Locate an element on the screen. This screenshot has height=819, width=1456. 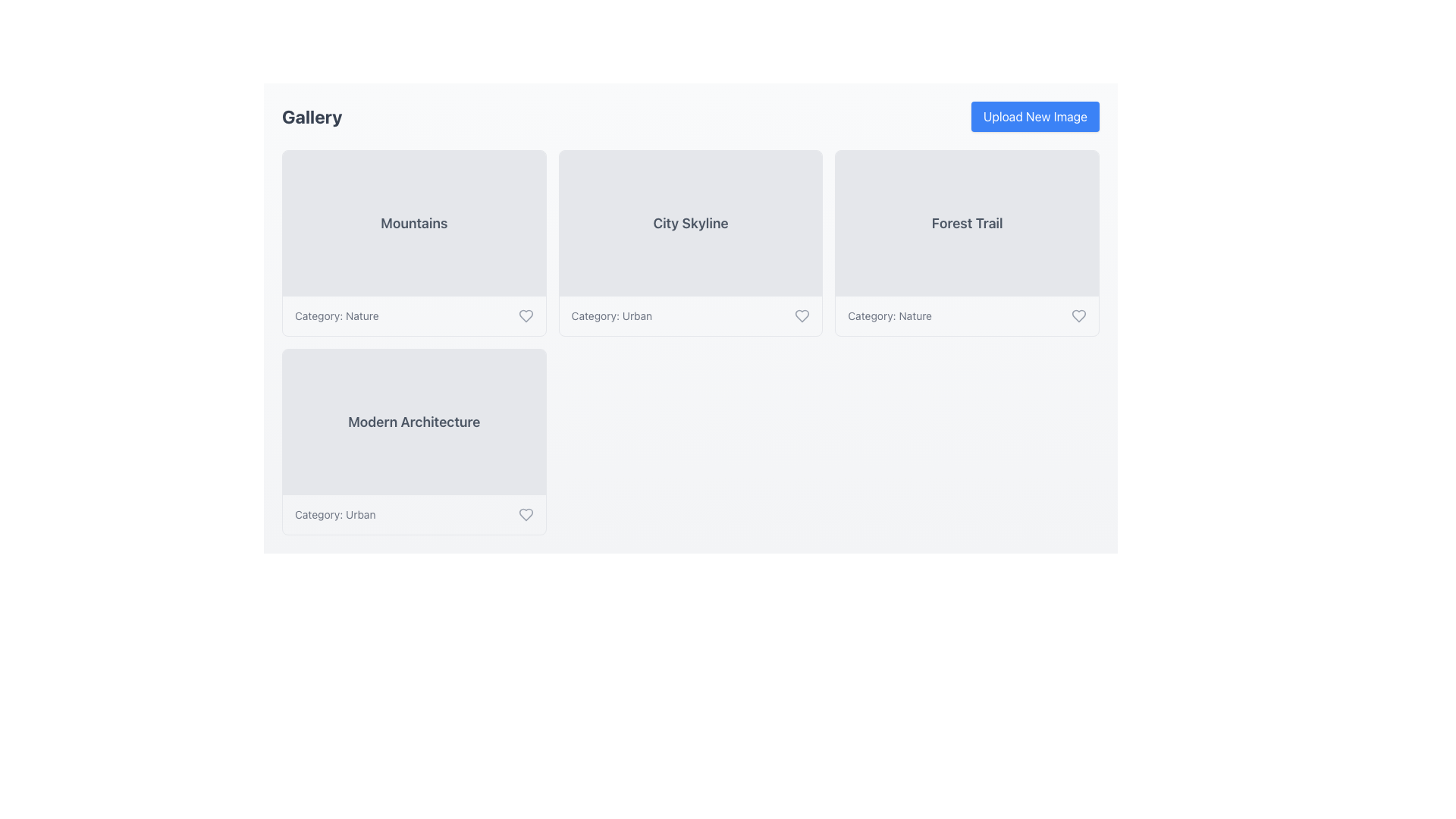
the static text display labeled 'Modern Architecture' which is located beneath the 'Gallery' label in the grid layout is located at coordinates (414, 422).